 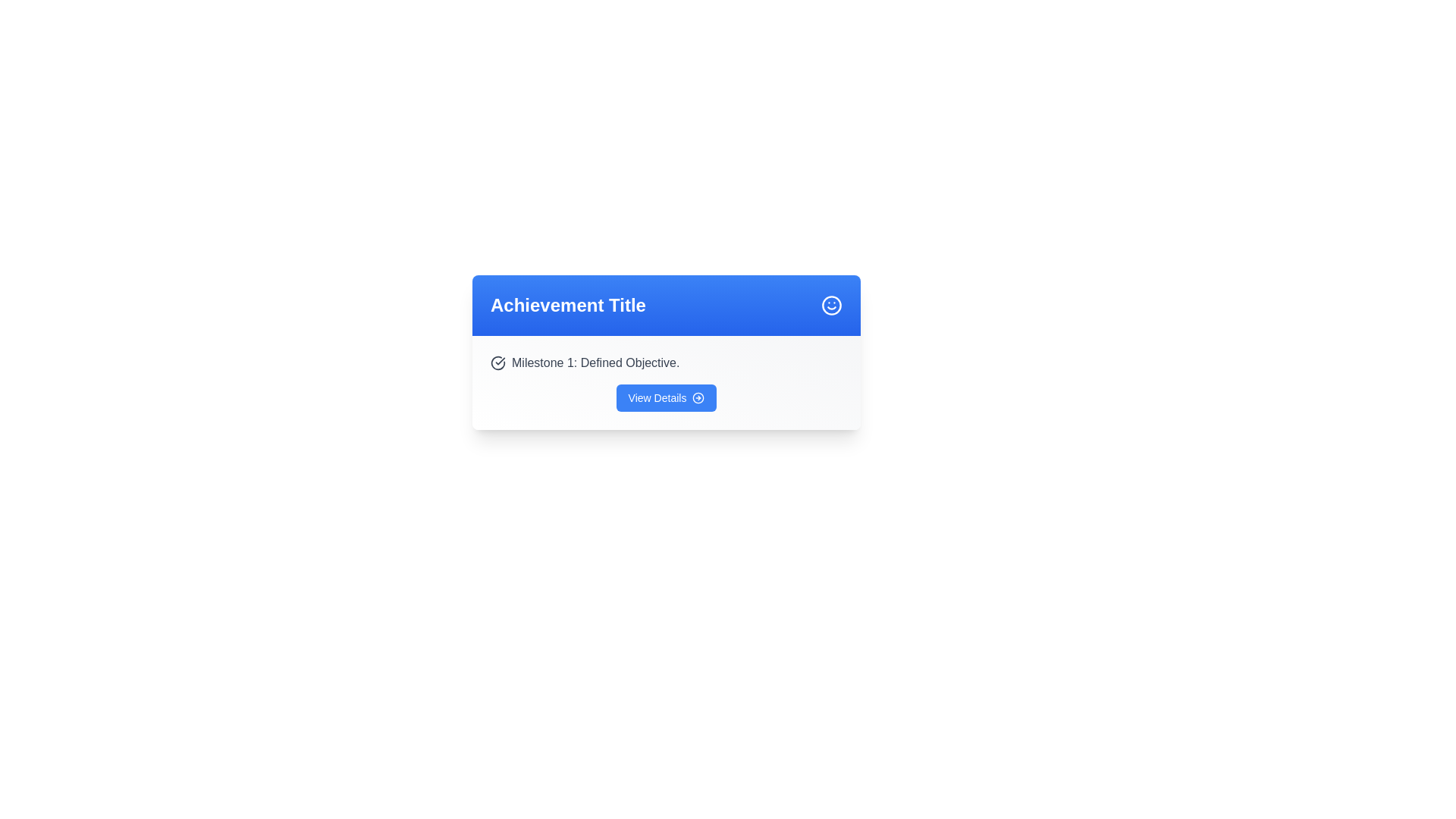 What do you see at coordinates (831, 305) in the screenshot?
I see `the outer circle of the smiley face icon located in the top-right corner of the blue header section containing the title 'Achievement Title'` at bounding box center [831, 305].